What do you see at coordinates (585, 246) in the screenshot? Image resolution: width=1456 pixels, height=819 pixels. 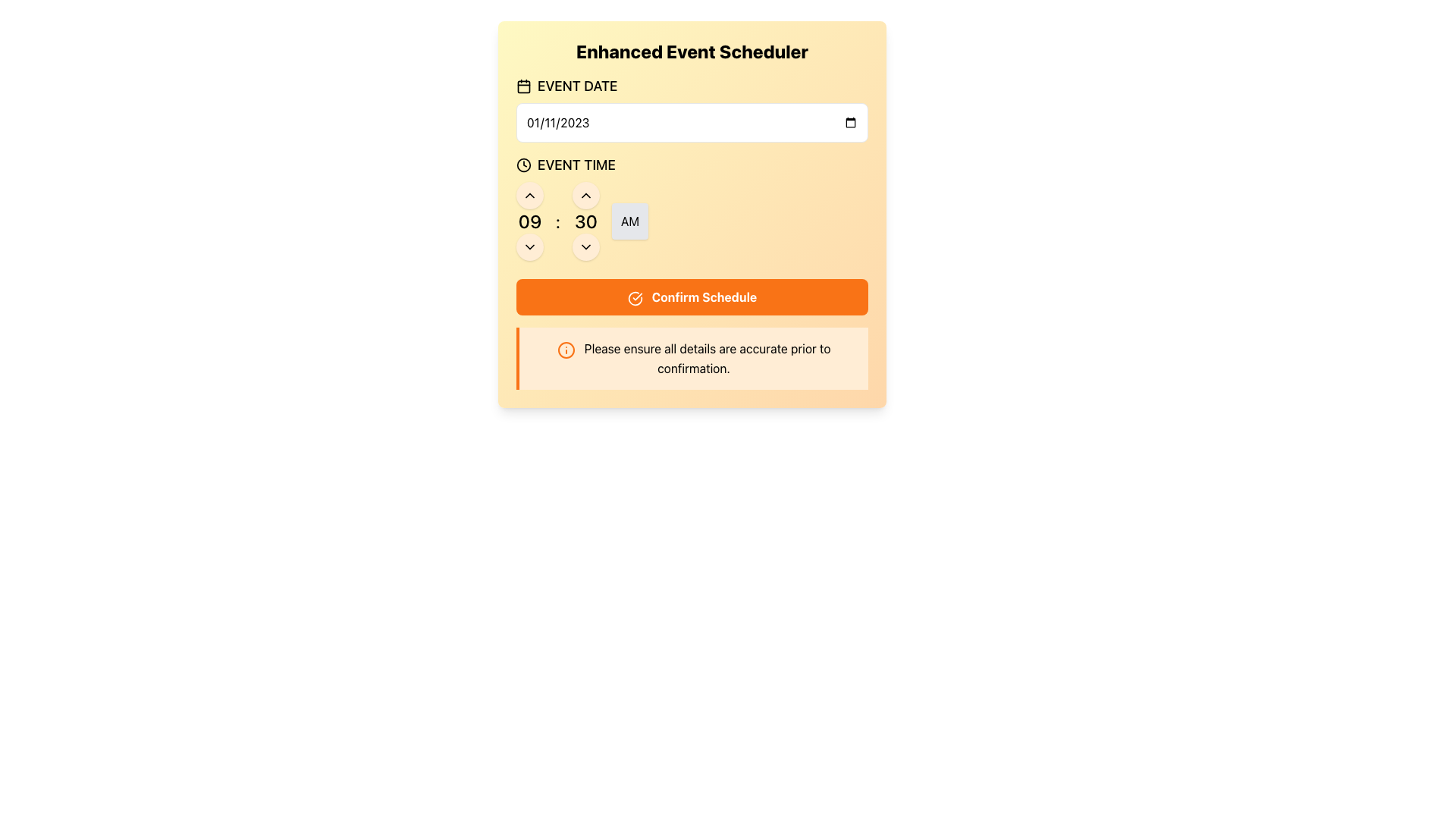 I see `the circular button with a light orange background and a downward-pointing chevron icon to decrement the value below '30'` at bounding box center [585, 246].